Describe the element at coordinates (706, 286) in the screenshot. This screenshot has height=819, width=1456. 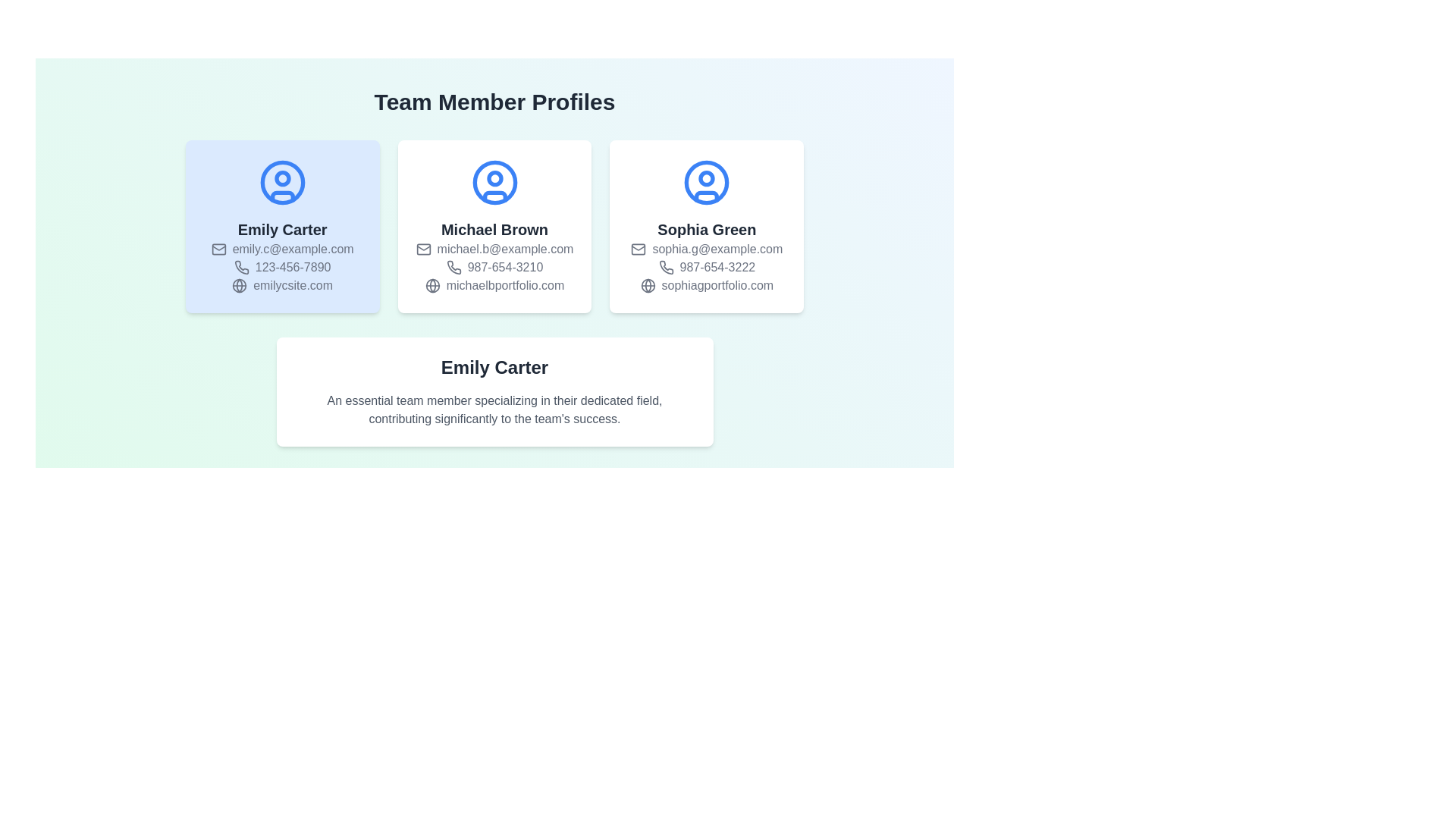
I see `the hyperlink for Sophia Green's portfolio located in the lower section of the card, below the phone number and email text` at that location.